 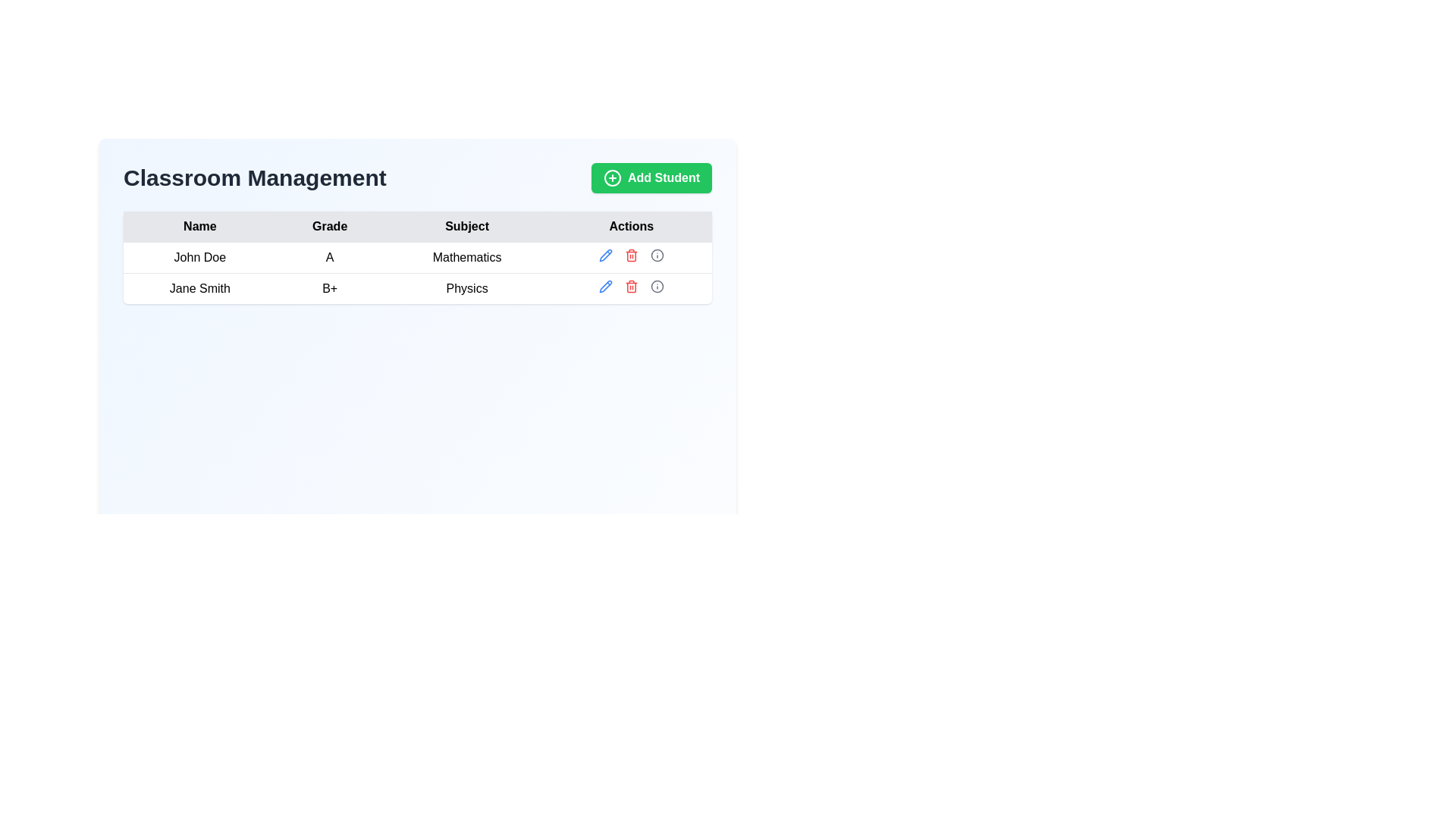 I want to click on the grade indicator text 'A' displayed in the second column of the first row under the 'Grade' column in the table for 'Classroom Management', so click(x=329, y=256).